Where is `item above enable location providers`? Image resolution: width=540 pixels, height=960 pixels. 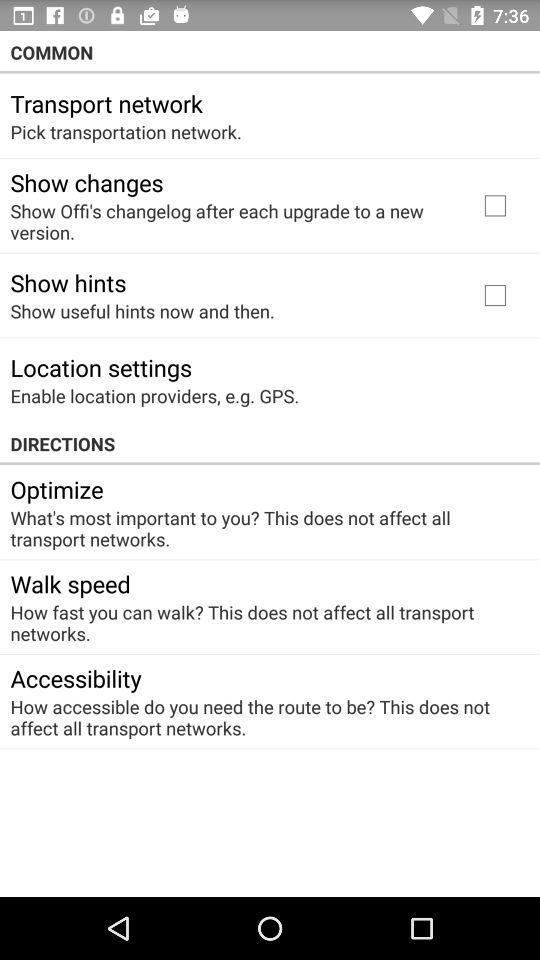
item above enable location providers is located at coordinates (100, 366).